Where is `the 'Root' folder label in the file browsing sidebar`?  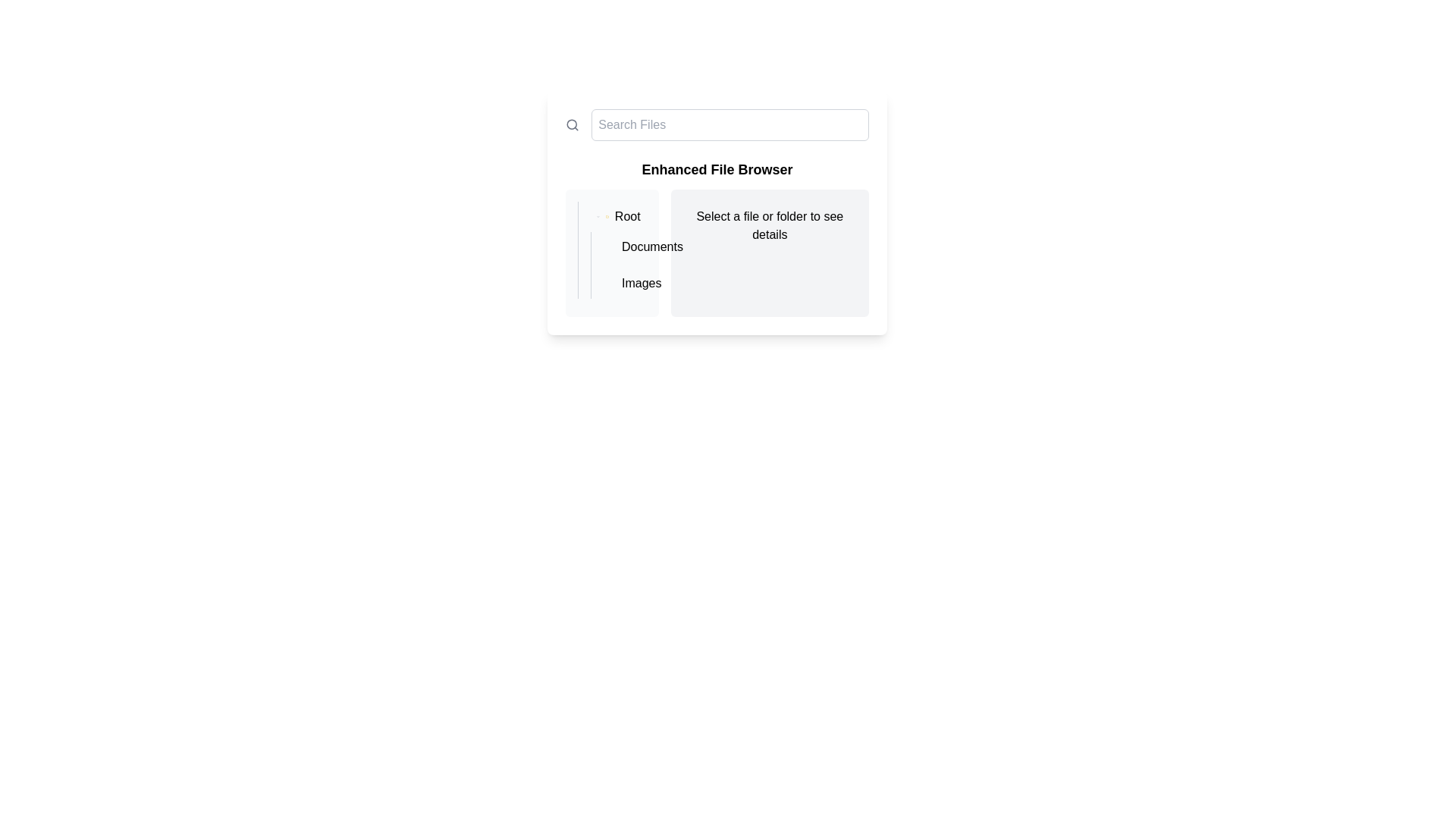
the 'Root' folder label in the file browsing sidebar is located at coordinates (618, 216).